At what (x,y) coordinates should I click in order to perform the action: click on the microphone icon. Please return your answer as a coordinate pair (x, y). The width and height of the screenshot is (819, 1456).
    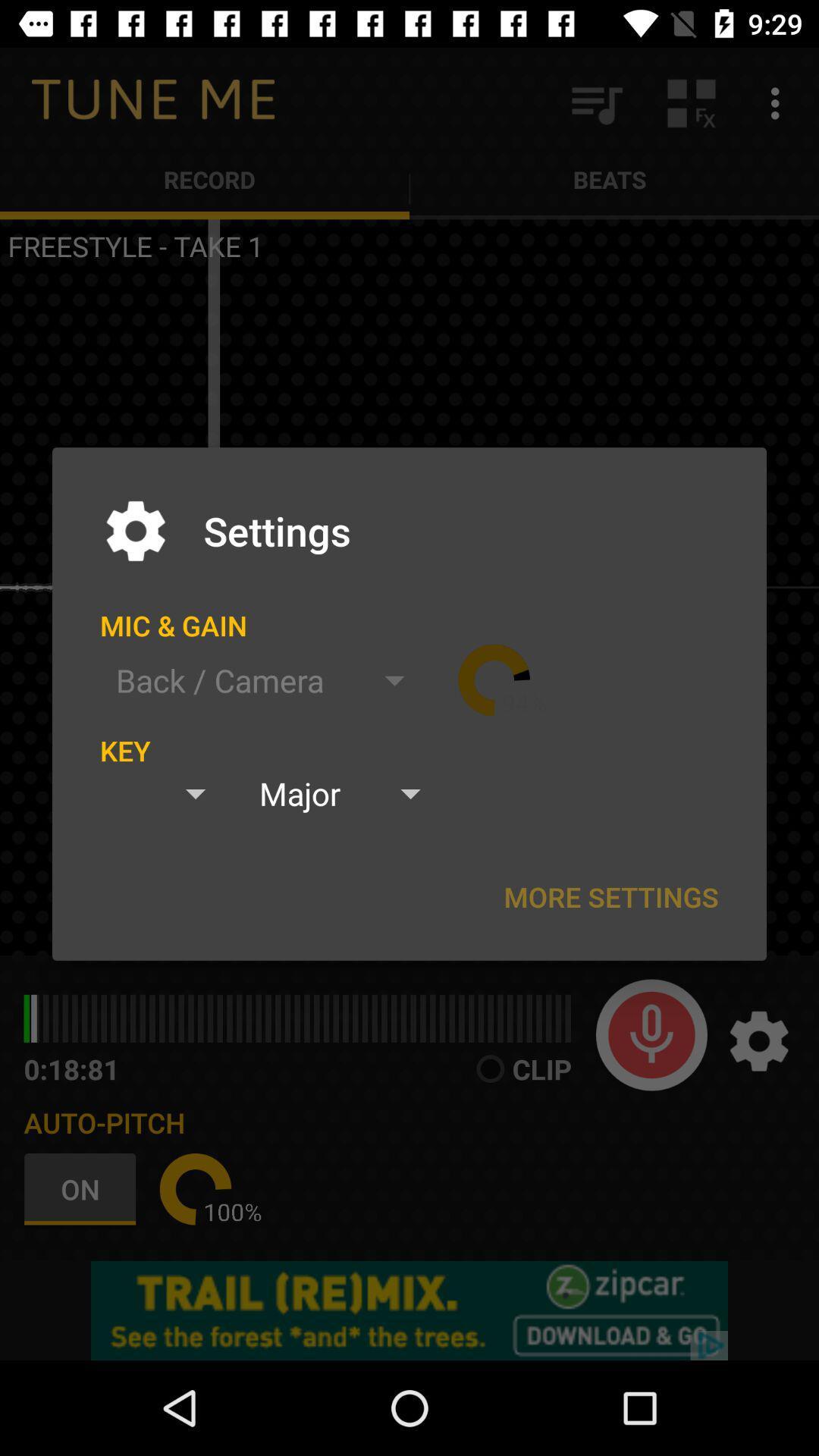
    Looking at the image, I should click on (651, 1034).